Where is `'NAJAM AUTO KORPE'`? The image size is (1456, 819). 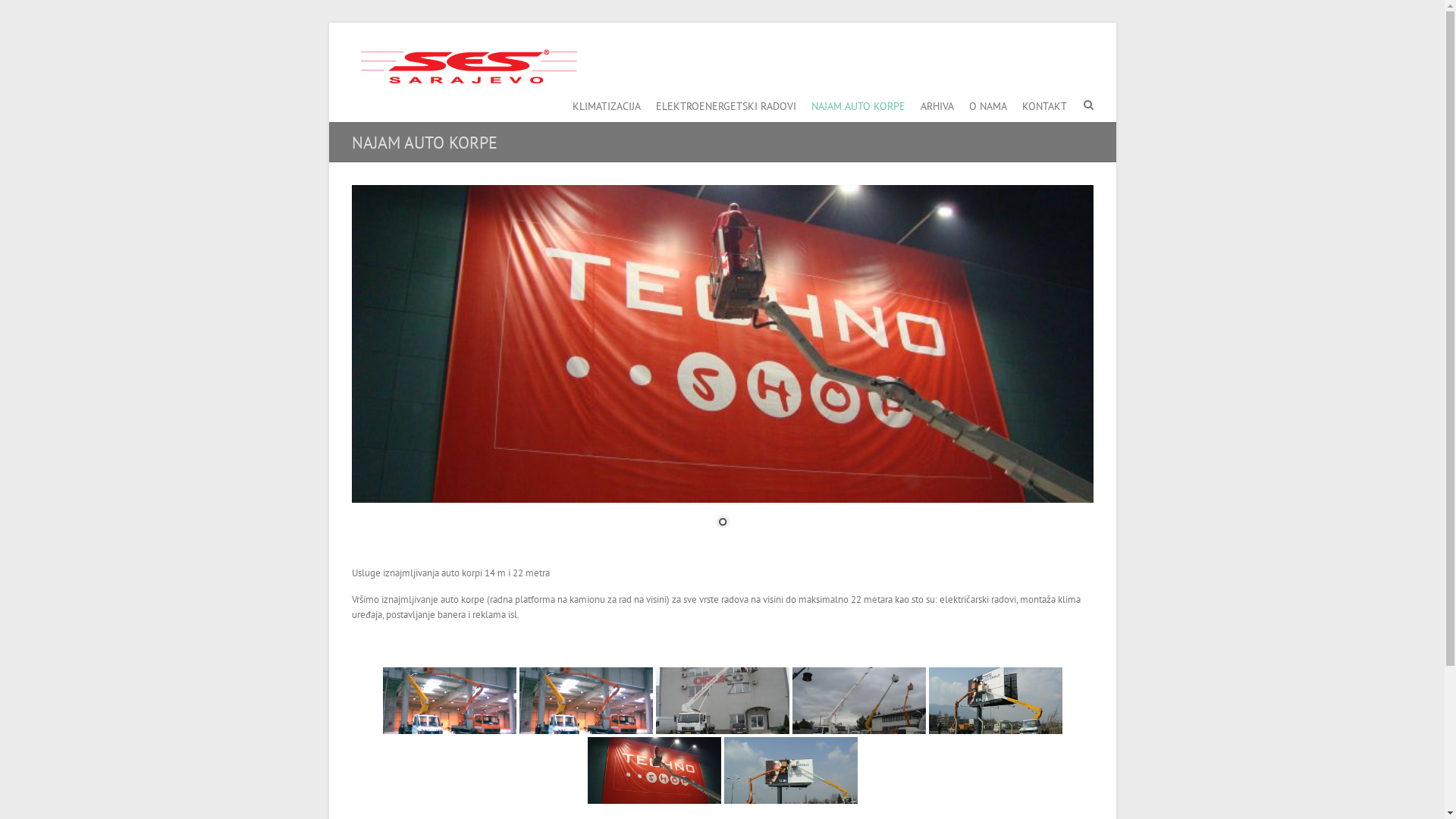
'NAJAM AUTO KORPE' is located at coordinates (858, 102).